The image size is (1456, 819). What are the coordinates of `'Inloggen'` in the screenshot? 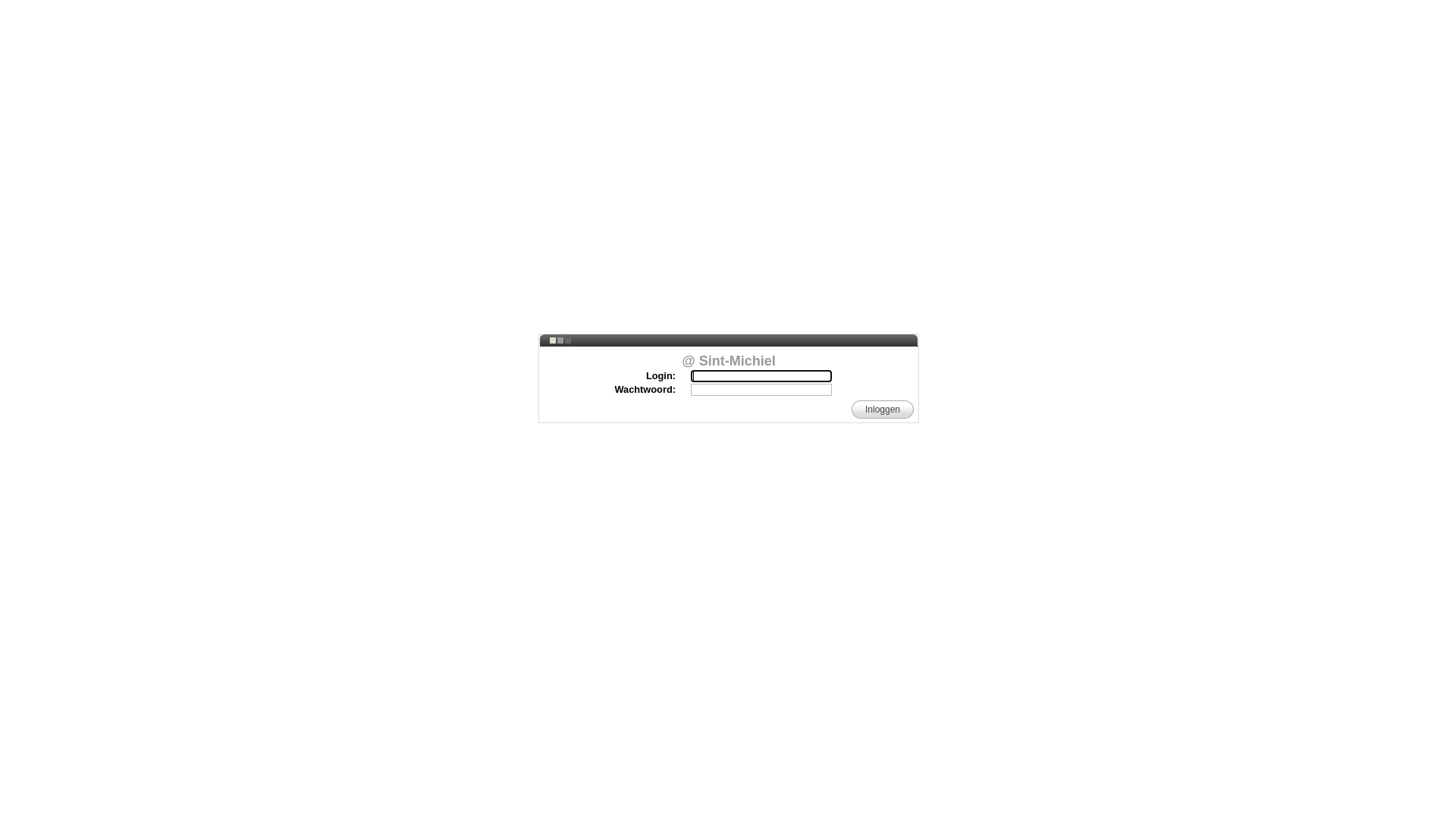 It's located at (882, 409).